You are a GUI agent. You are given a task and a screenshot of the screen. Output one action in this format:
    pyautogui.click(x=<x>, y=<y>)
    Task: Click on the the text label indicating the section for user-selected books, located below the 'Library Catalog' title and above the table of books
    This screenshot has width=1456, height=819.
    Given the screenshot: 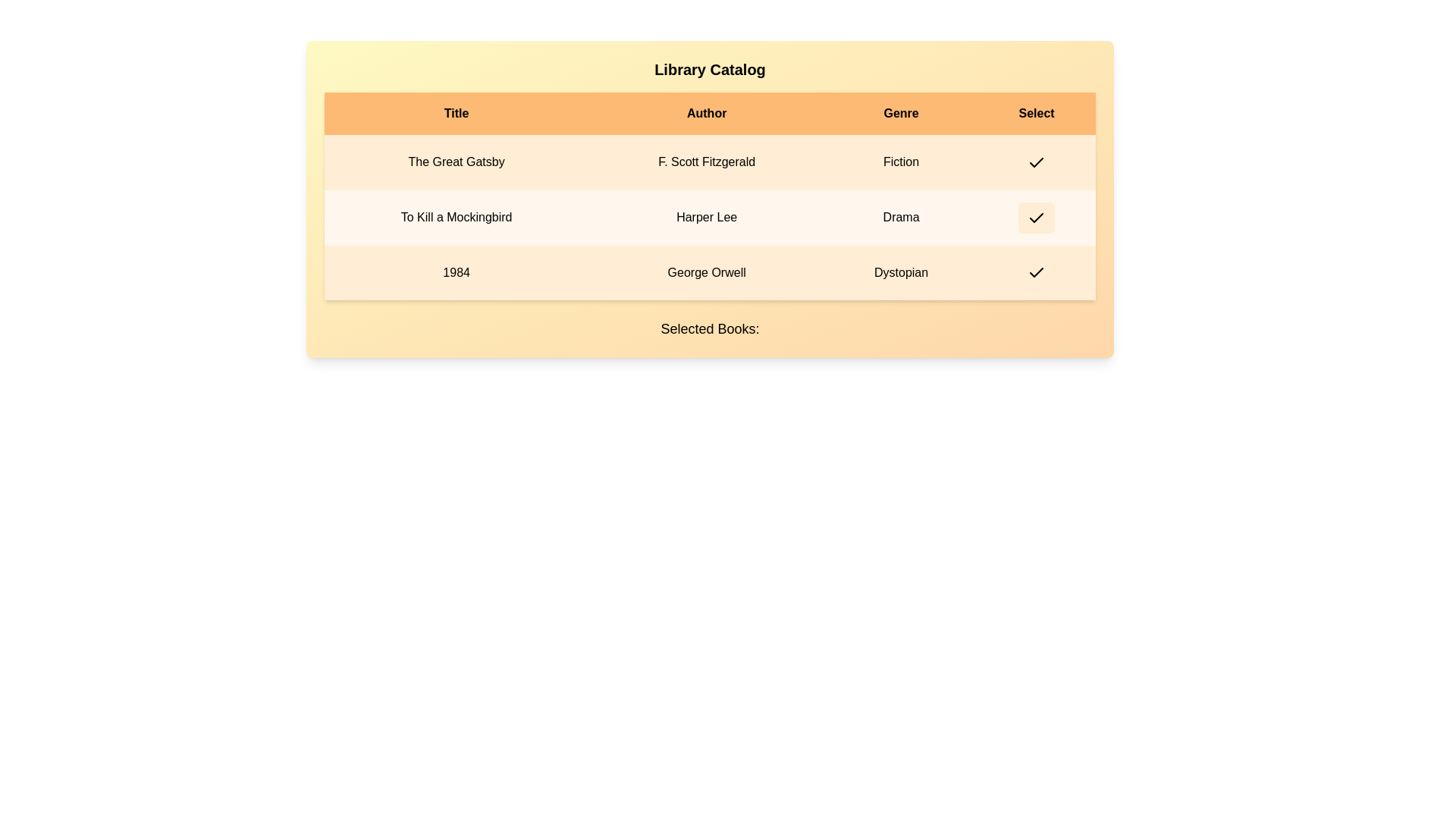 What is the action you would take?
    pyautogui.click(x=709, y=328)
    